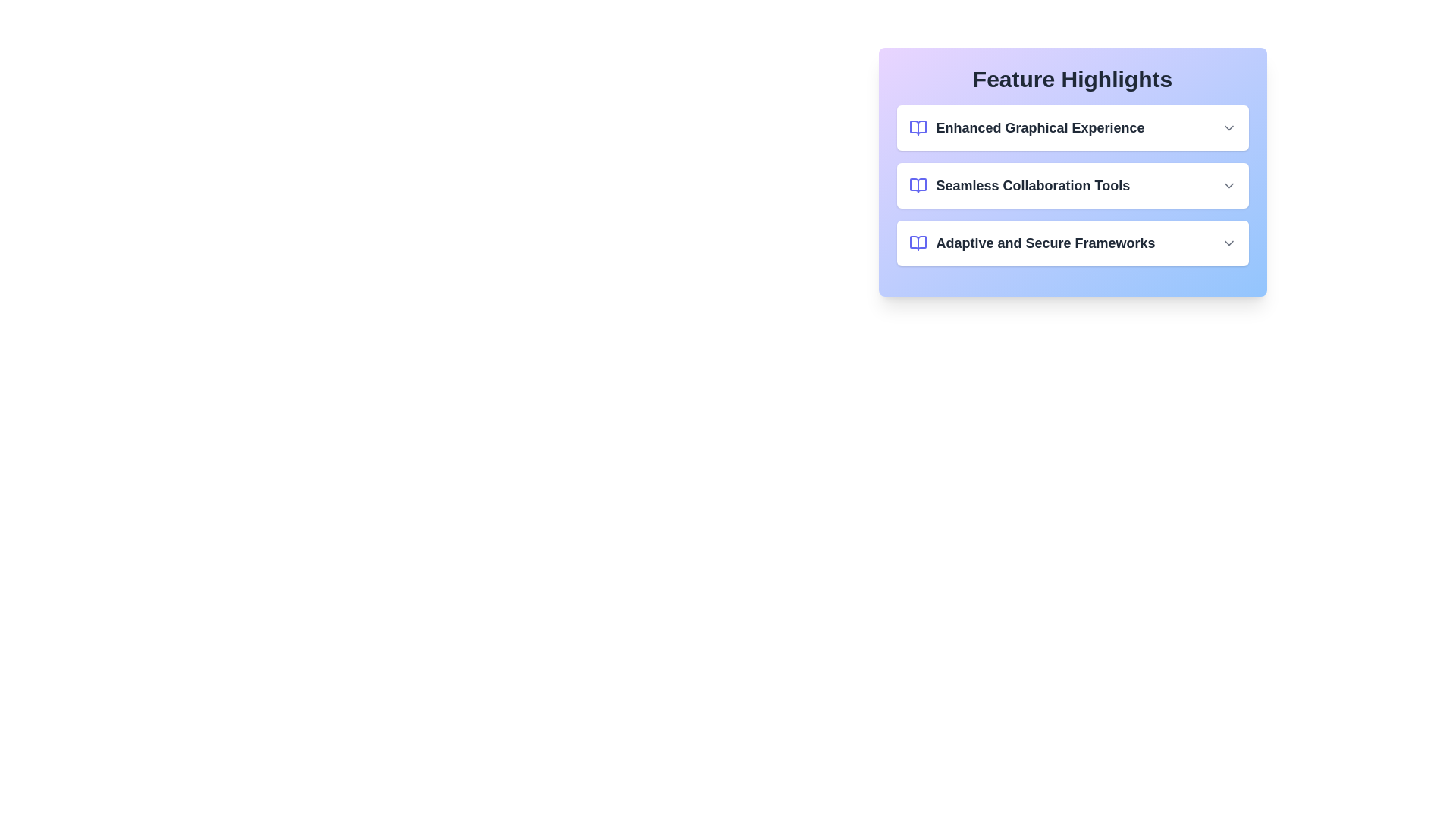 Image resolution: width=1456 pixels, height=819 pixels. Describe the element at coordinates (917, 185) in the screenshot. I see `the collaboration tools icon located in the middle entry of the 'Feature Highlights' vertical list, to the left of the text 'Seamless Collaboration Tools'` at that location.